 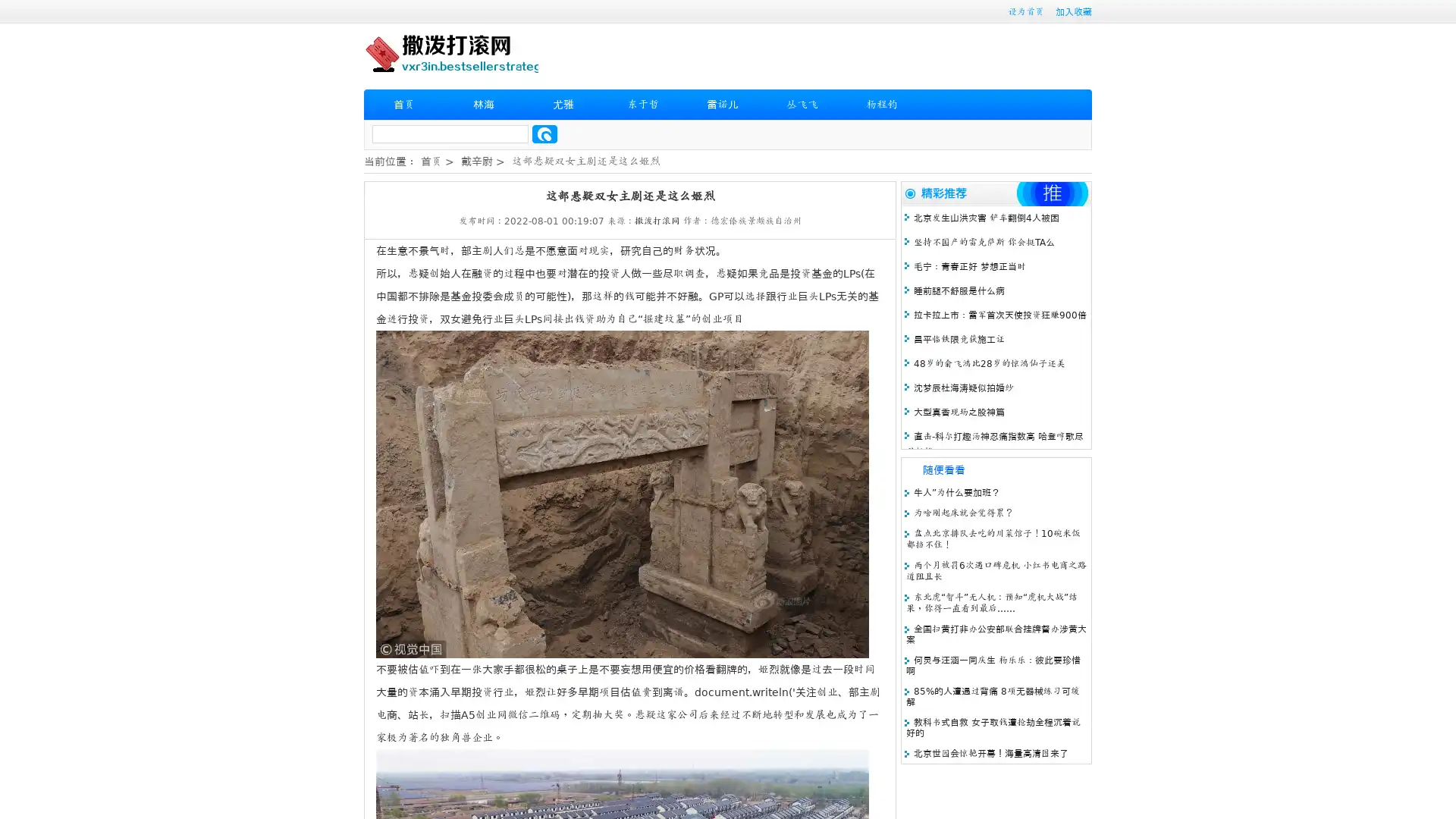 I want to click on Search, so click(x=544, y=133).